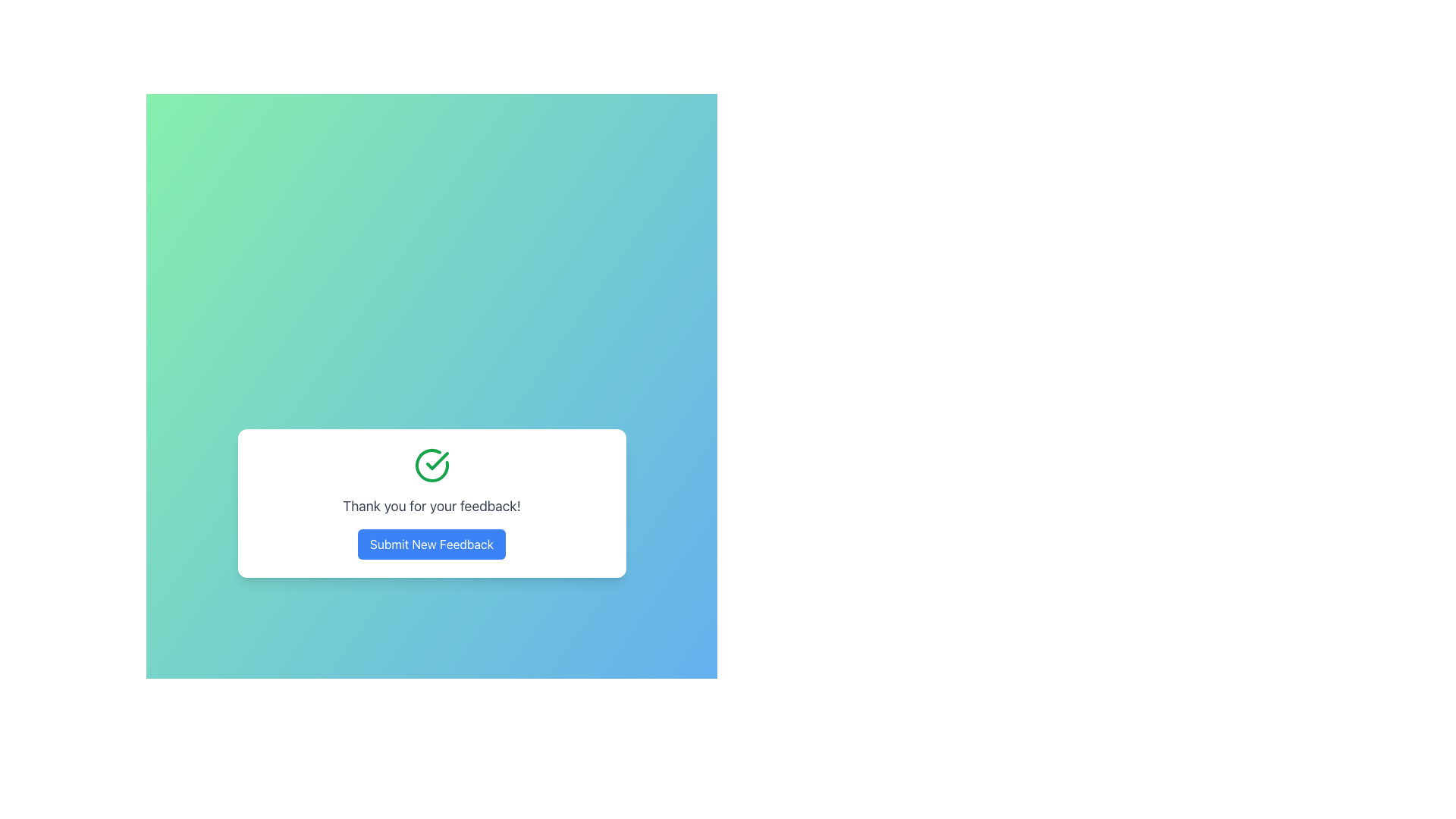 Image resolution: width=1456 pixels, height=819 pixels. Describe the element at coordinates (436, 460) in the screenshot. I see `the green checkmark icon within the SVG graphic that is part of the user feedback confirmation UI, located at the center-top of the card containing a 'Thank you for your feedback!' message` at that location.